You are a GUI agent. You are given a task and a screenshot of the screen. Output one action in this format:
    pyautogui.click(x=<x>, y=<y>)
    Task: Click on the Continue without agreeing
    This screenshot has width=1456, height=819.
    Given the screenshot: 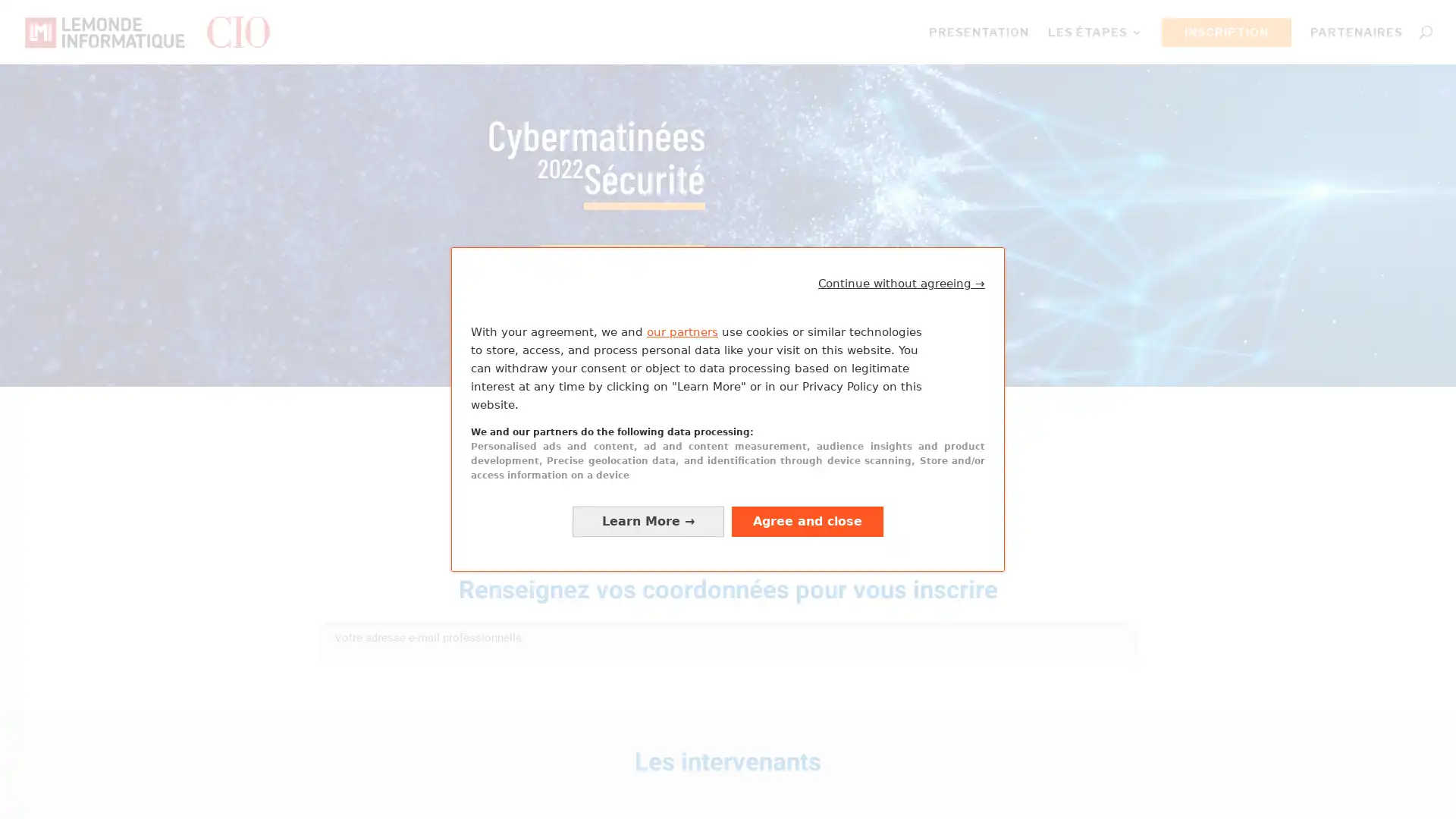 What is the action you would take?
    pyautogui.click(x=902, y=283)
    